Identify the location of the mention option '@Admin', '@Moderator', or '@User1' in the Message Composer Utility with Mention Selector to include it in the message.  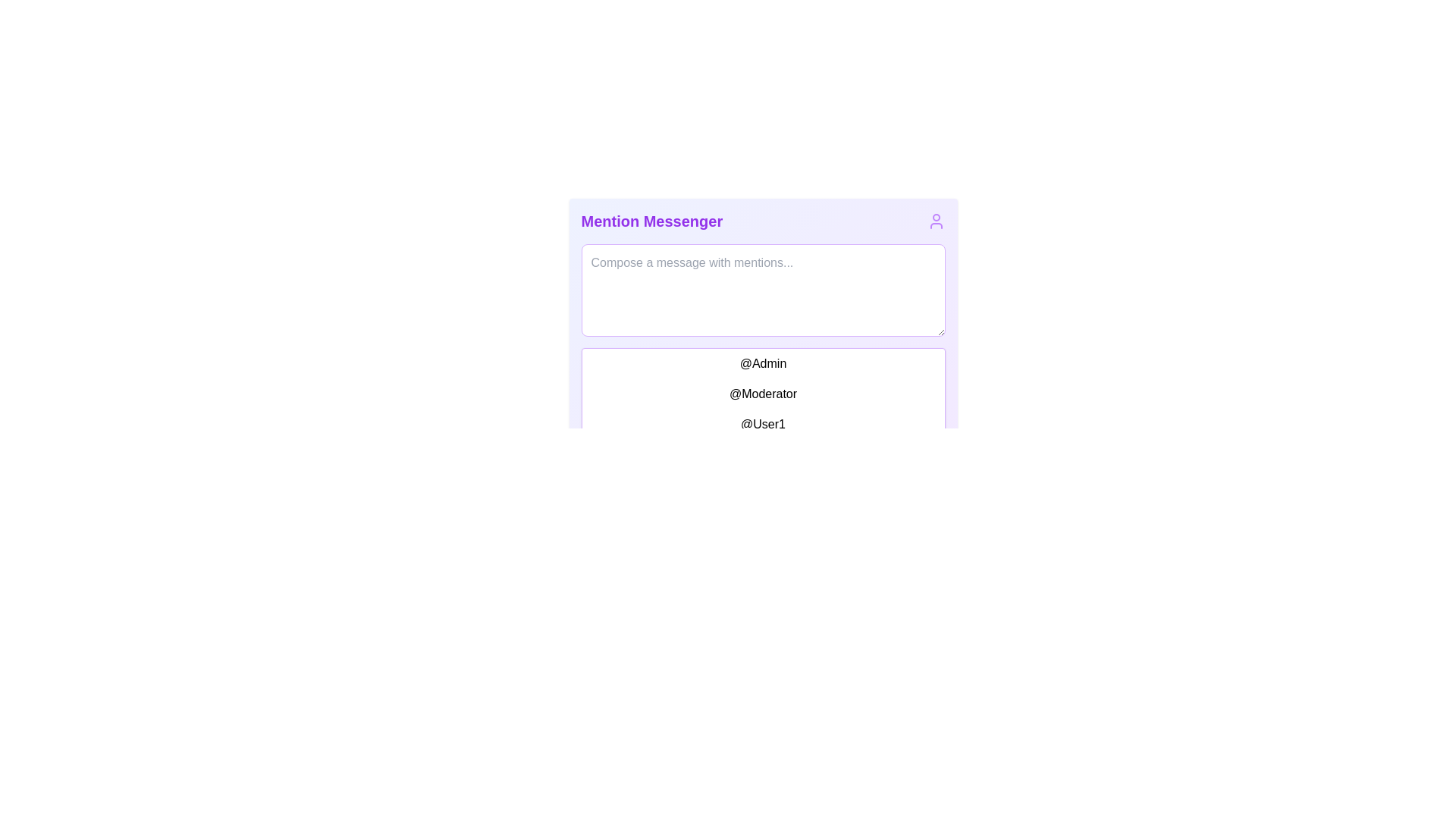
(763, 360).